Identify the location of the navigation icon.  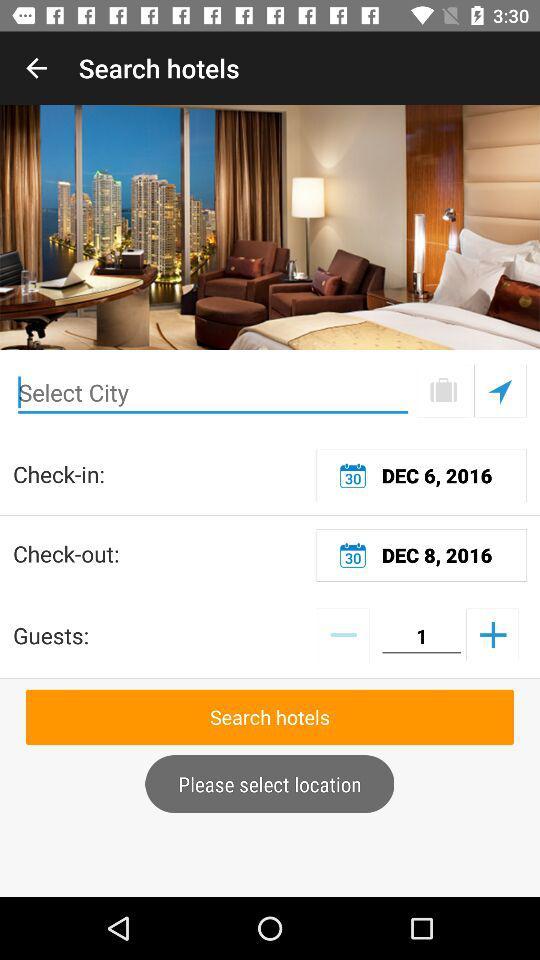
(499, 390).